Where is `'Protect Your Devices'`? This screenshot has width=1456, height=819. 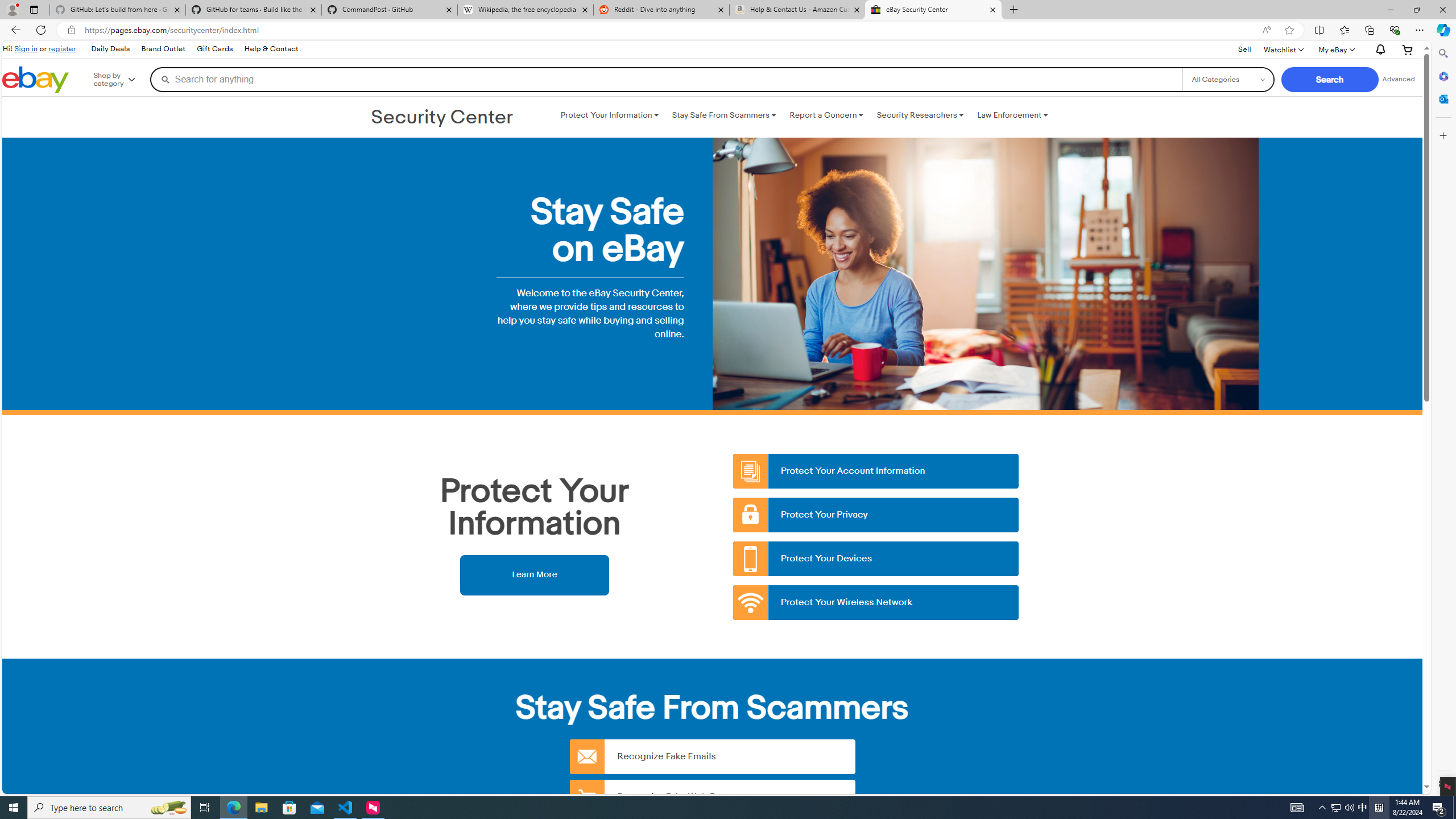
'Protect Your Devices' is located at coordinates (876, 558).